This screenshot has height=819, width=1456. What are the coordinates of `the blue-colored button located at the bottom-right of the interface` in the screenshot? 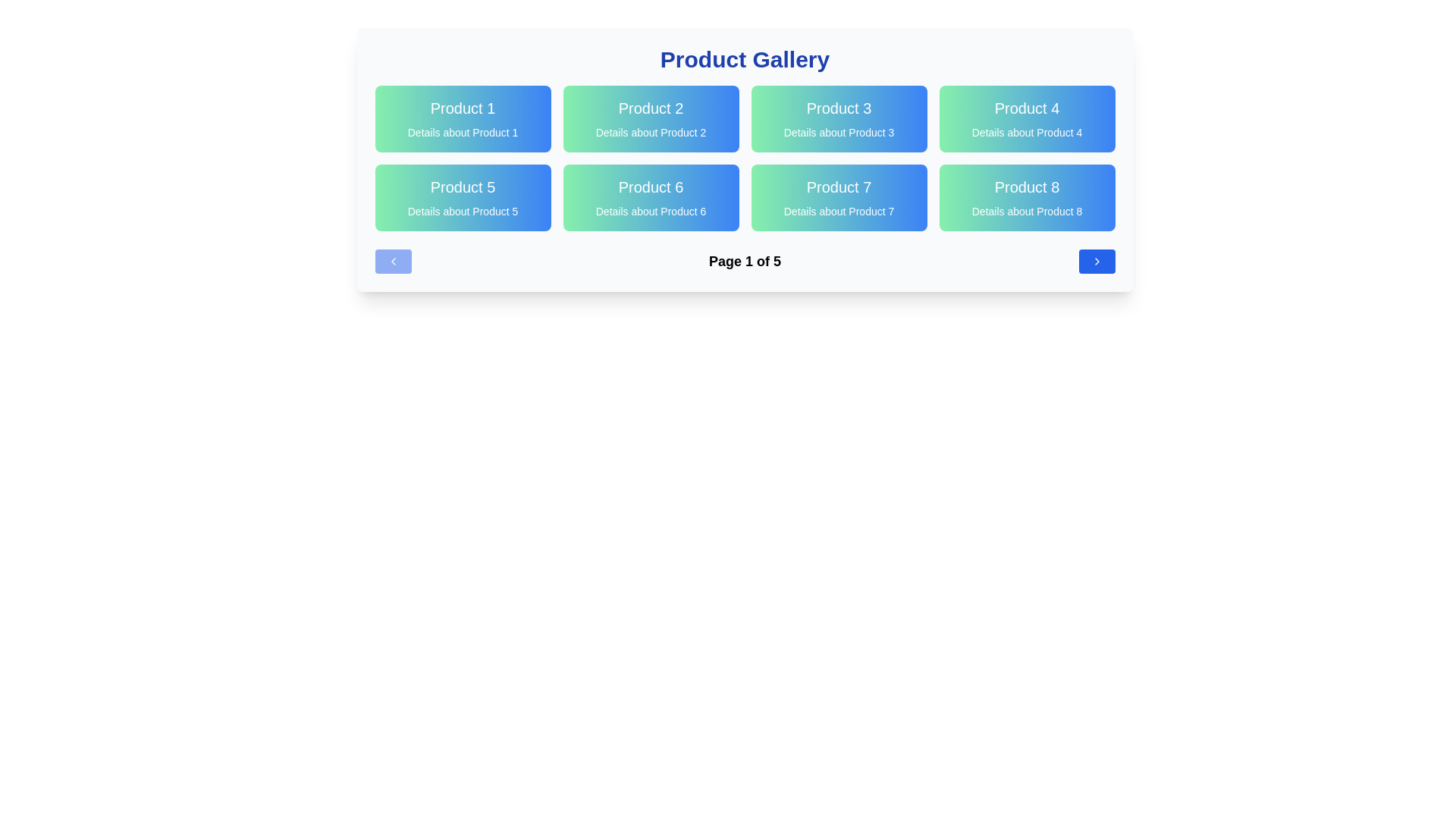 It's located at (1097, 260).